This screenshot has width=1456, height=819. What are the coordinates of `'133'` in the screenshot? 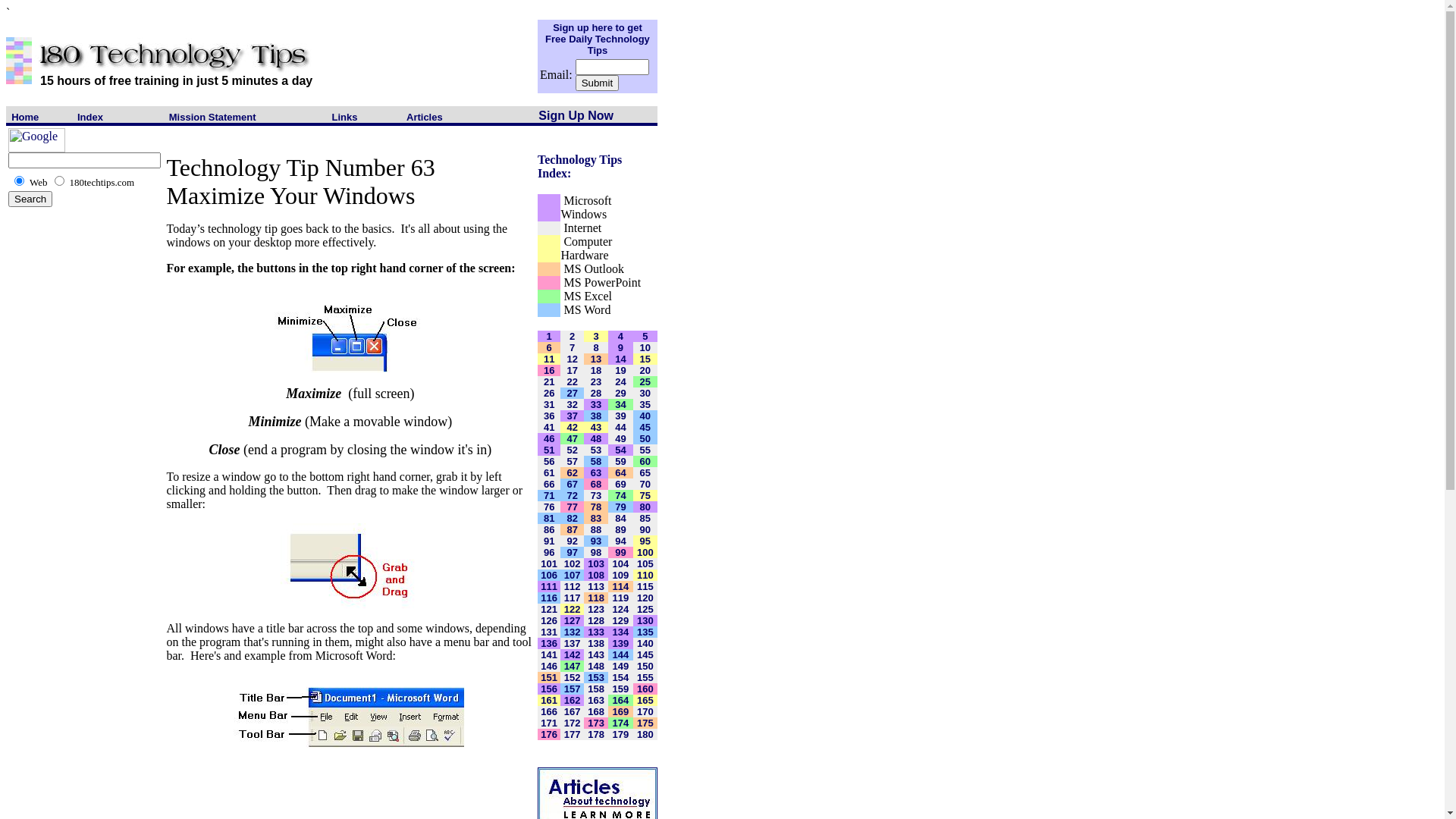 It's located at (595, 631).